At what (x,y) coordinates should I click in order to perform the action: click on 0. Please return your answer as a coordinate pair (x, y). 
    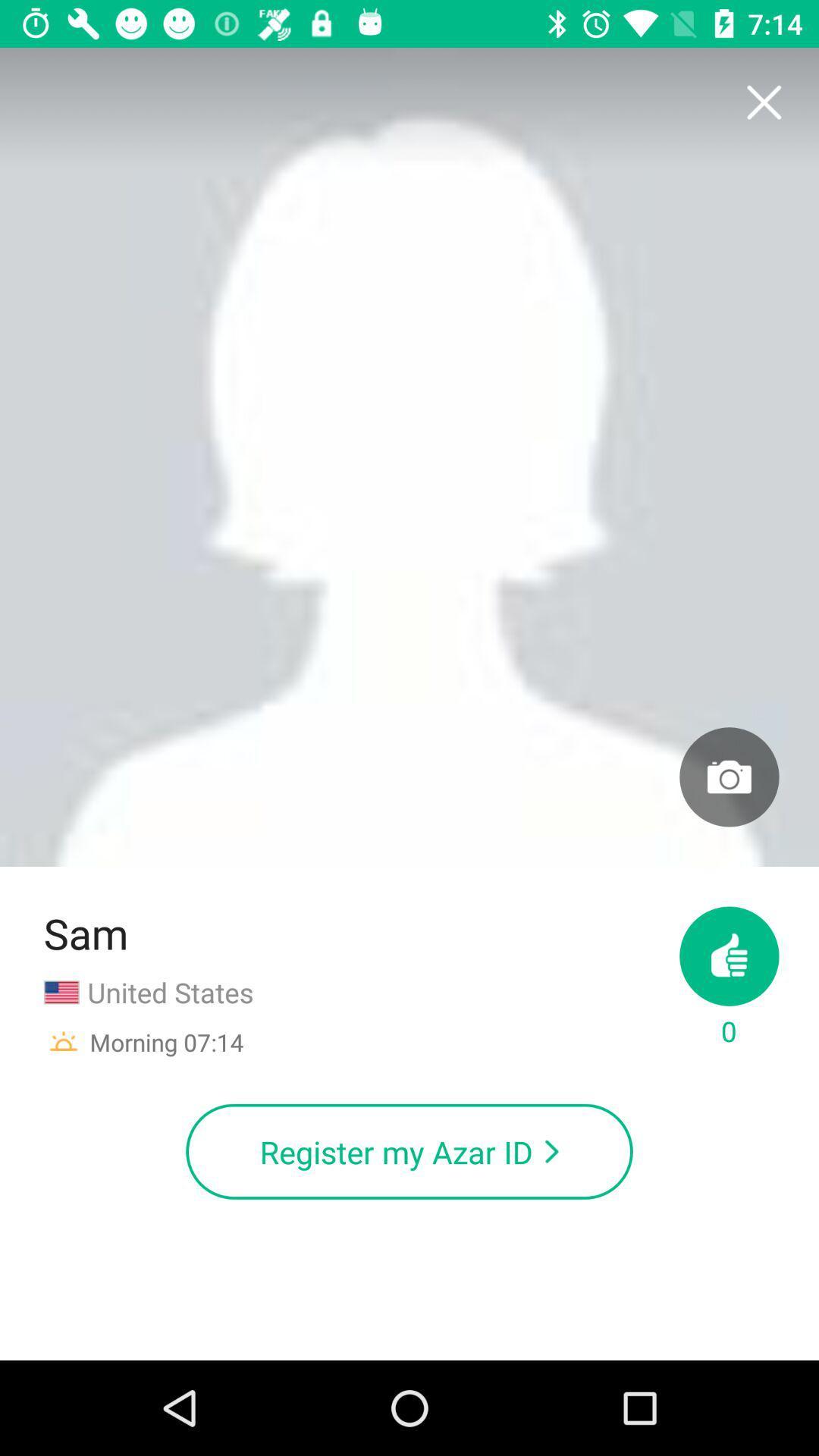
    Looking at the image, I should click on (728, 978).